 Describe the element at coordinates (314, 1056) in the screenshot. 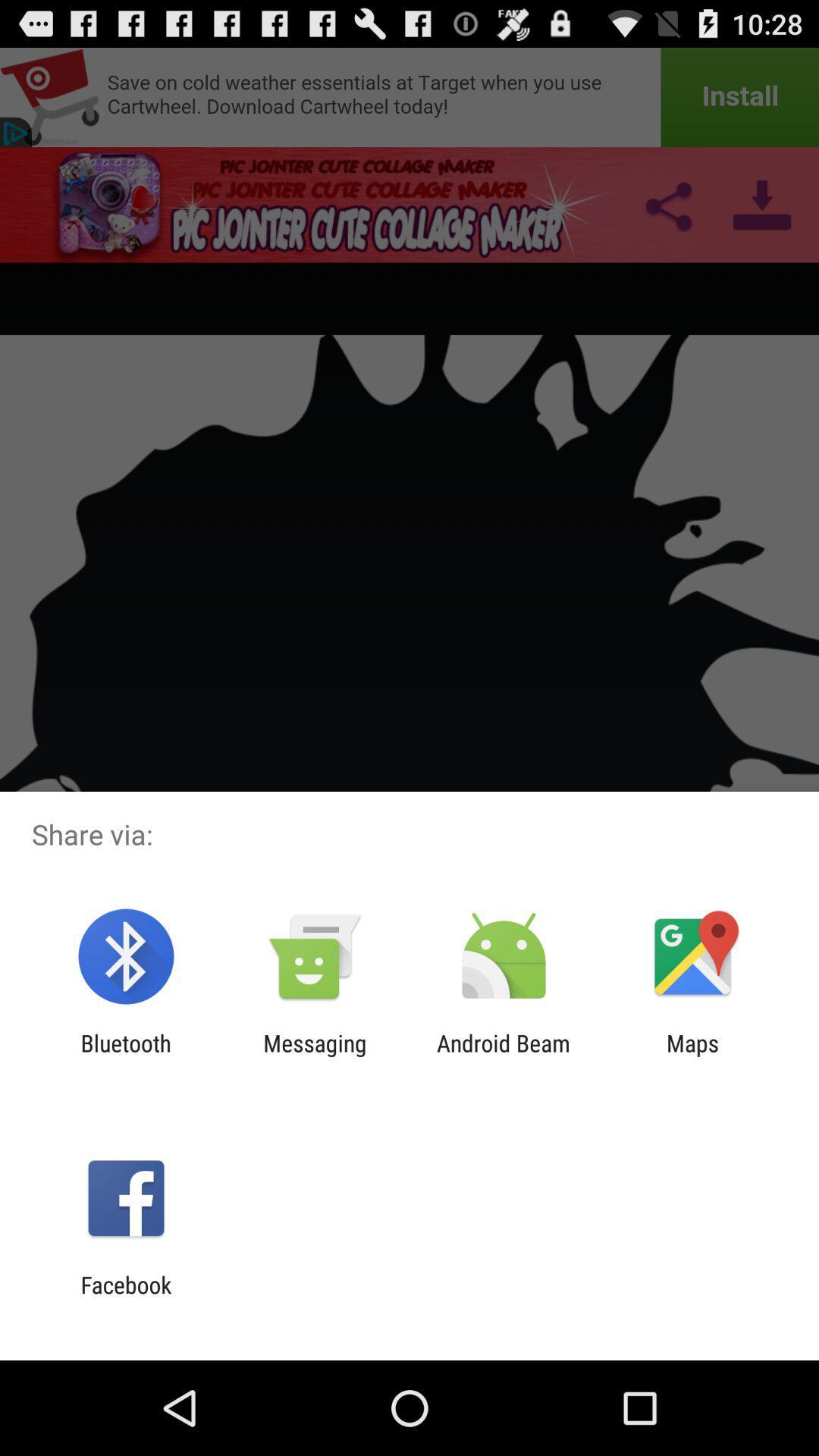

I see `the item next to android beam item` at that location.